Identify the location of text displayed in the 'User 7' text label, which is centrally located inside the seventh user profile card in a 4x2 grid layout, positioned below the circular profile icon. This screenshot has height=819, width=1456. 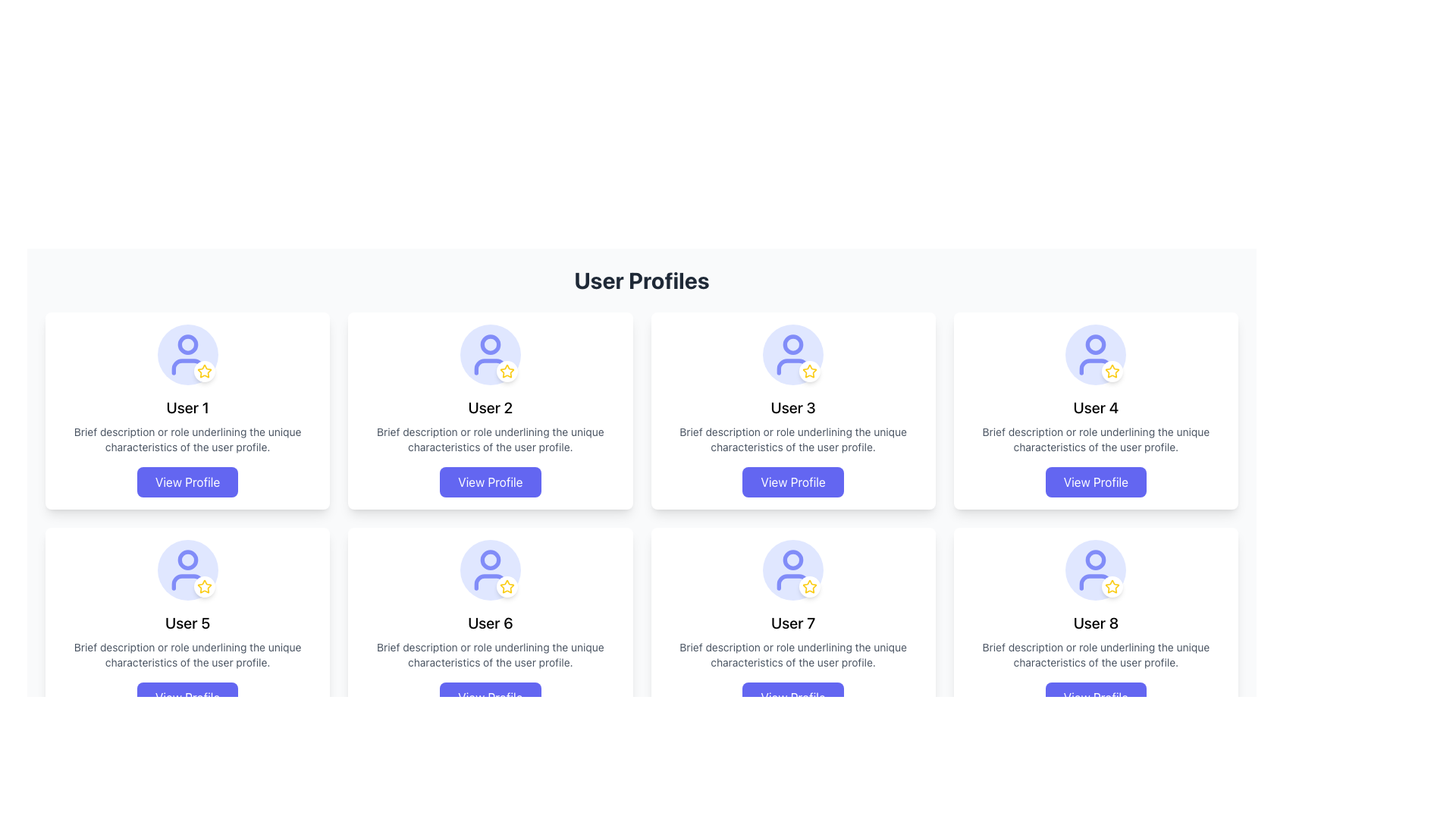
(792, 623).